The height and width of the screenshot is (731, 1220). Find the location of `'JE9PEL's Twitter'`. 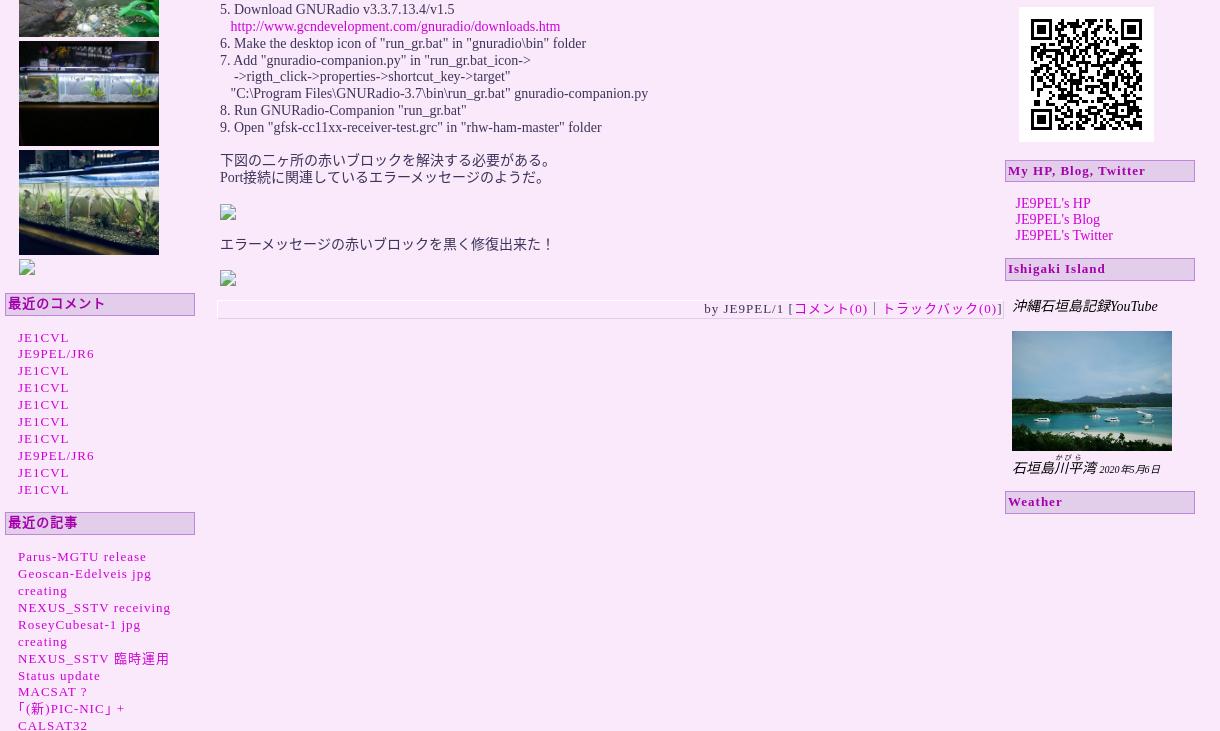

'JE9PEL's Twitter' is located at coordinates (1063, 235).